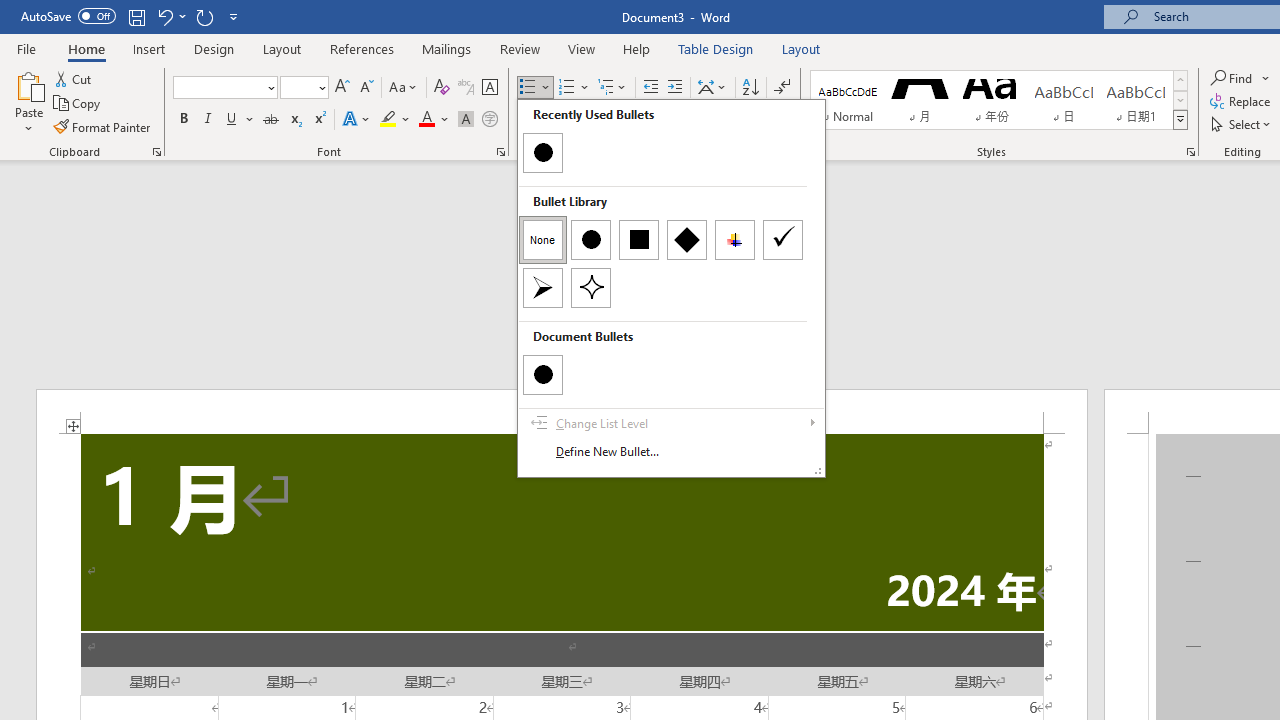  I want to click on 'Underline', so click(240, 119).